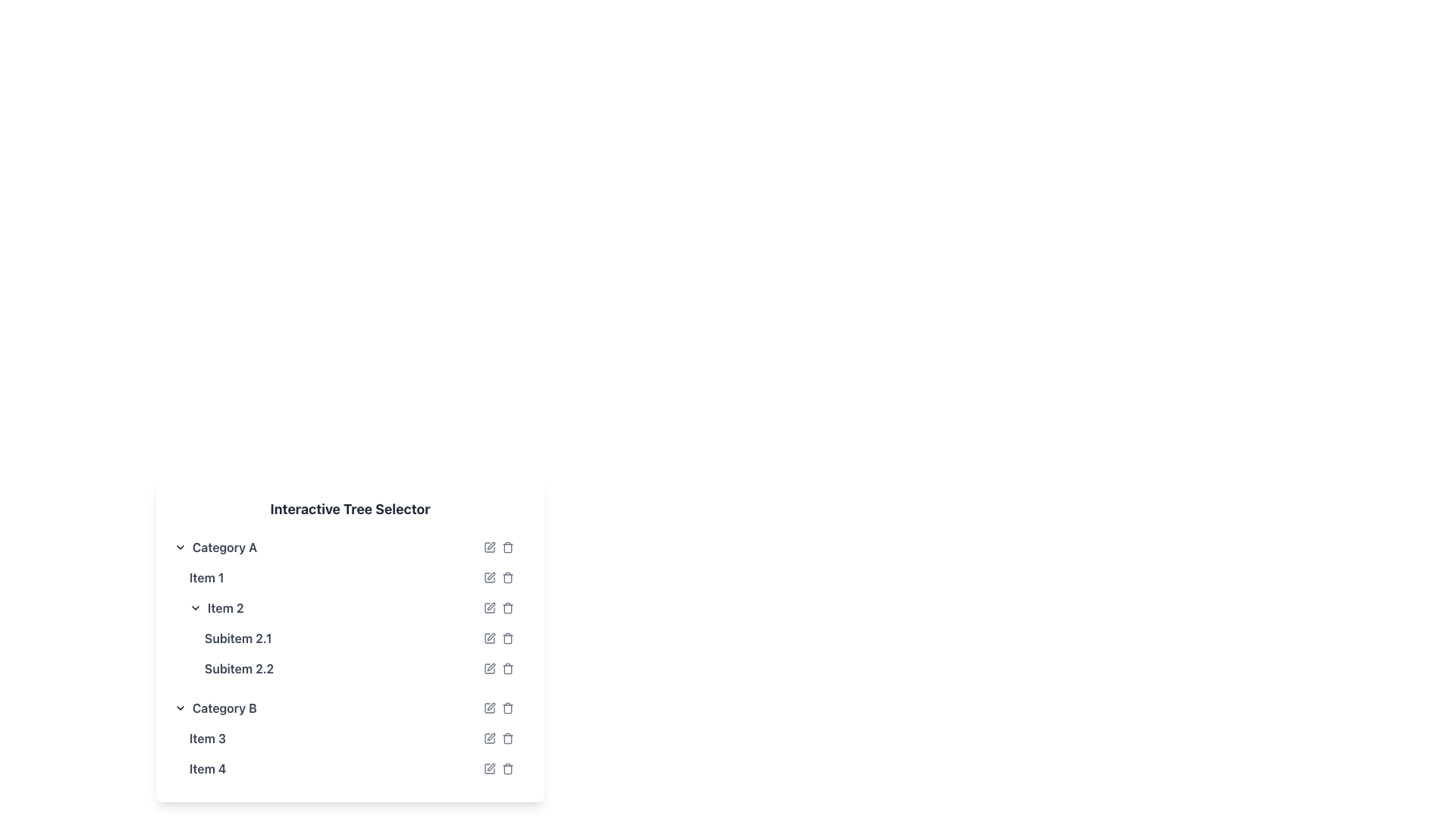 The image size is (1456, 819). What do you see at coordinates (195, 607) in the screenshot?
I see `the chevron-down icon` at bounding box center [195, 607].